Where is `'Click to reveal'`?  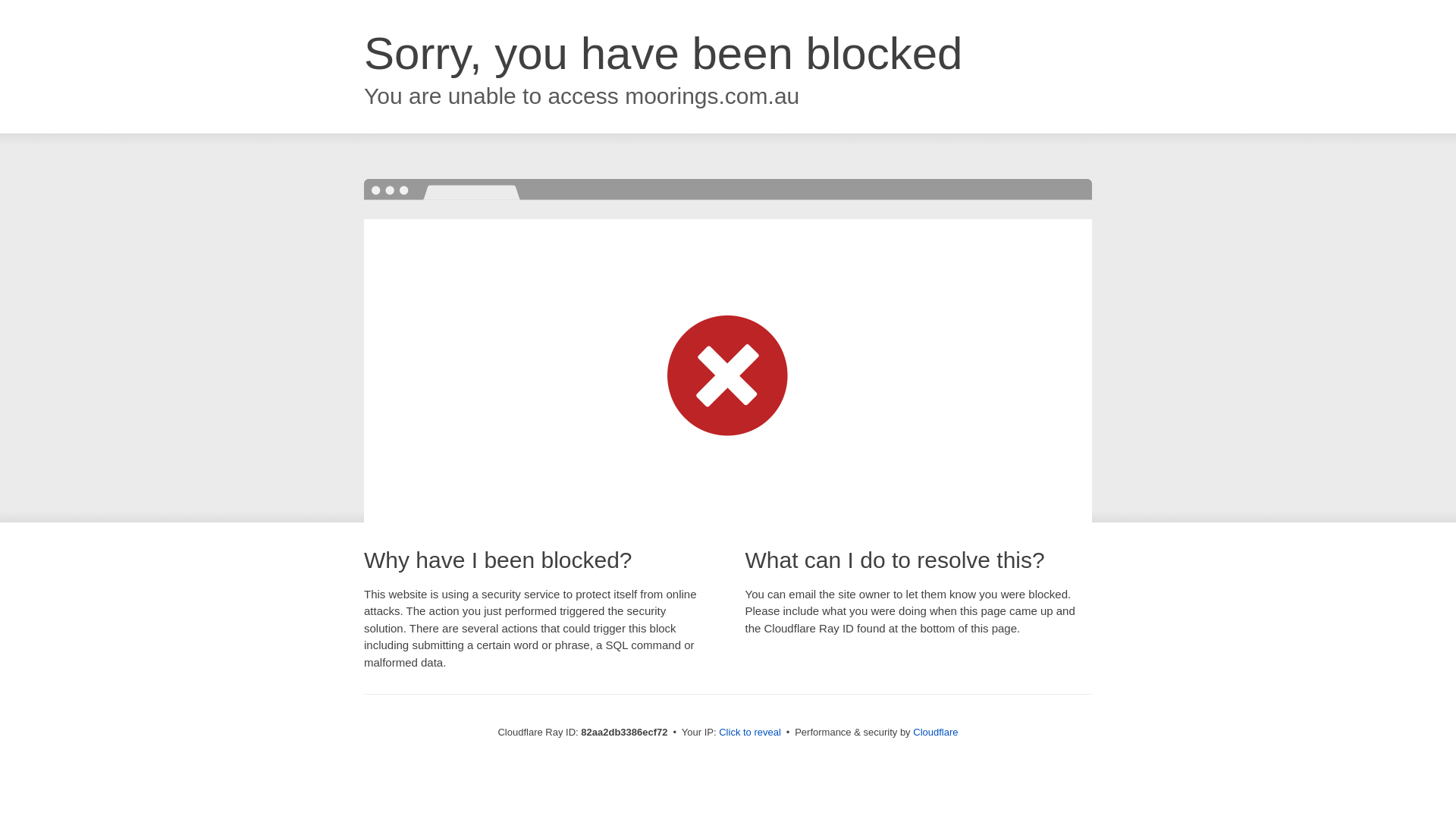
'Click to reveal' is located at coordinates (749, 731).